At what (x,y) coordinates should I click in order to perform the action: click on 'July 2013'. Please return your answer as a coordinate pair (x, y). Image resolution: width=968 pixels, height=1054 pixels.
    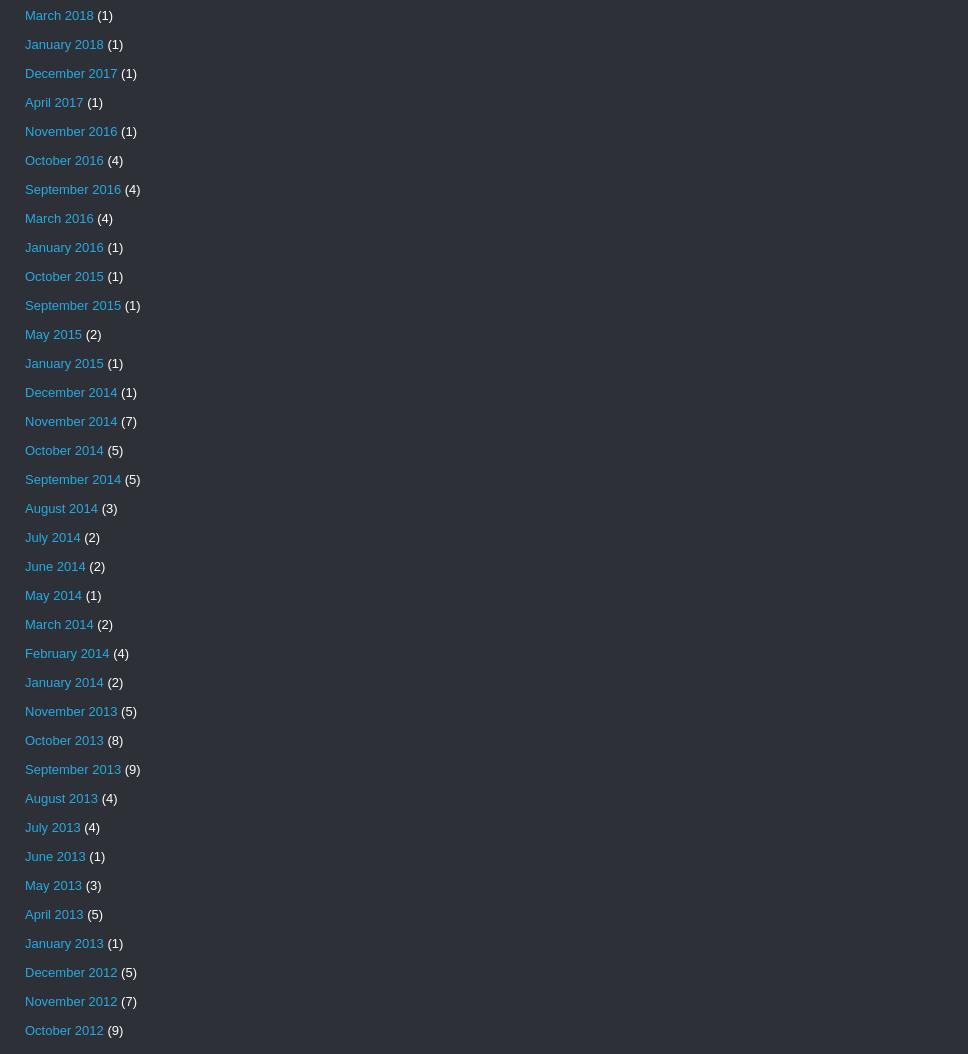
    Looking at the image, I should click on (51, 826).